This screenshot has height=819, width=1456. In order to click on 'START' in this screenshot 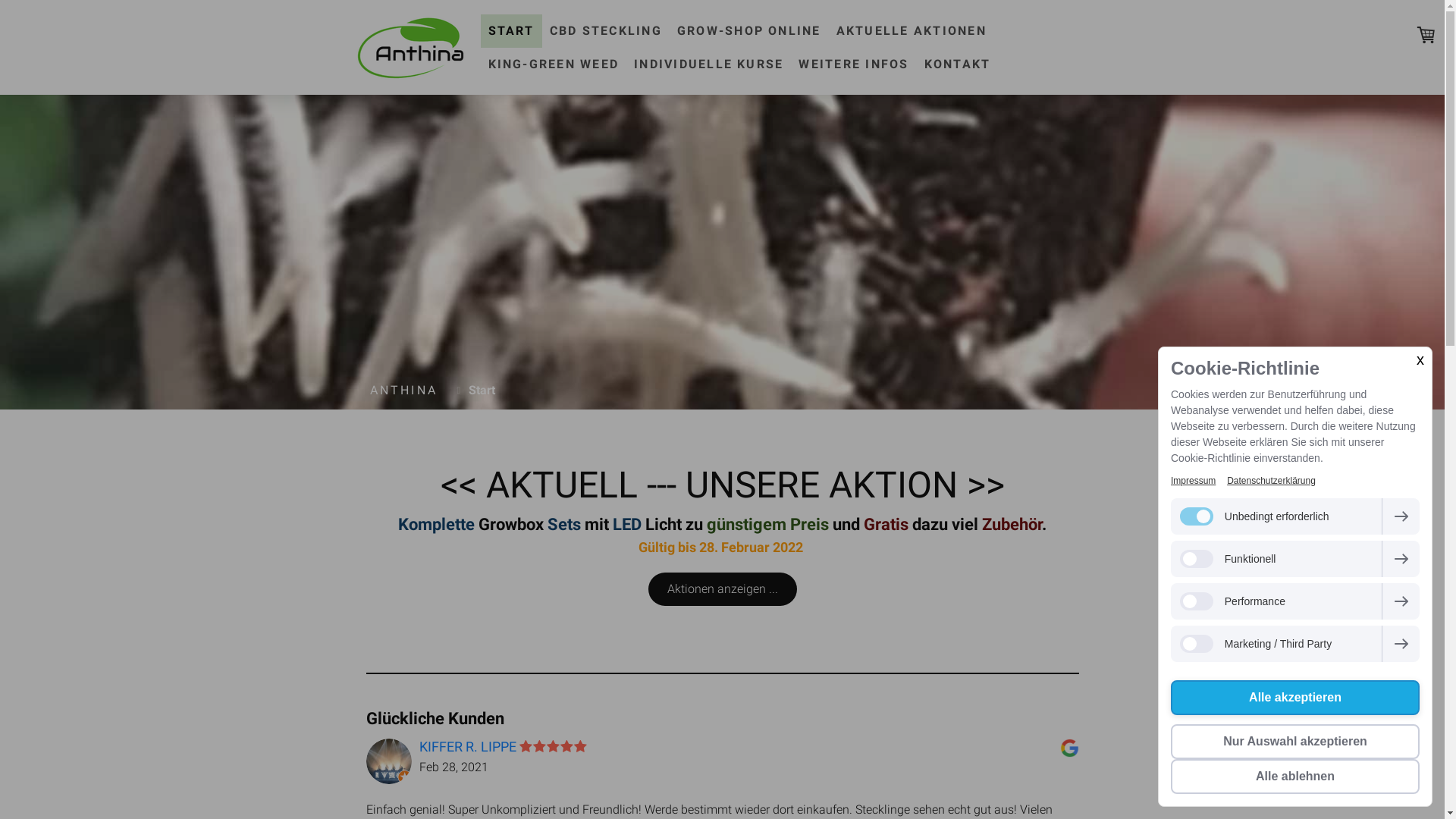, I will do `click(511, 30)`.